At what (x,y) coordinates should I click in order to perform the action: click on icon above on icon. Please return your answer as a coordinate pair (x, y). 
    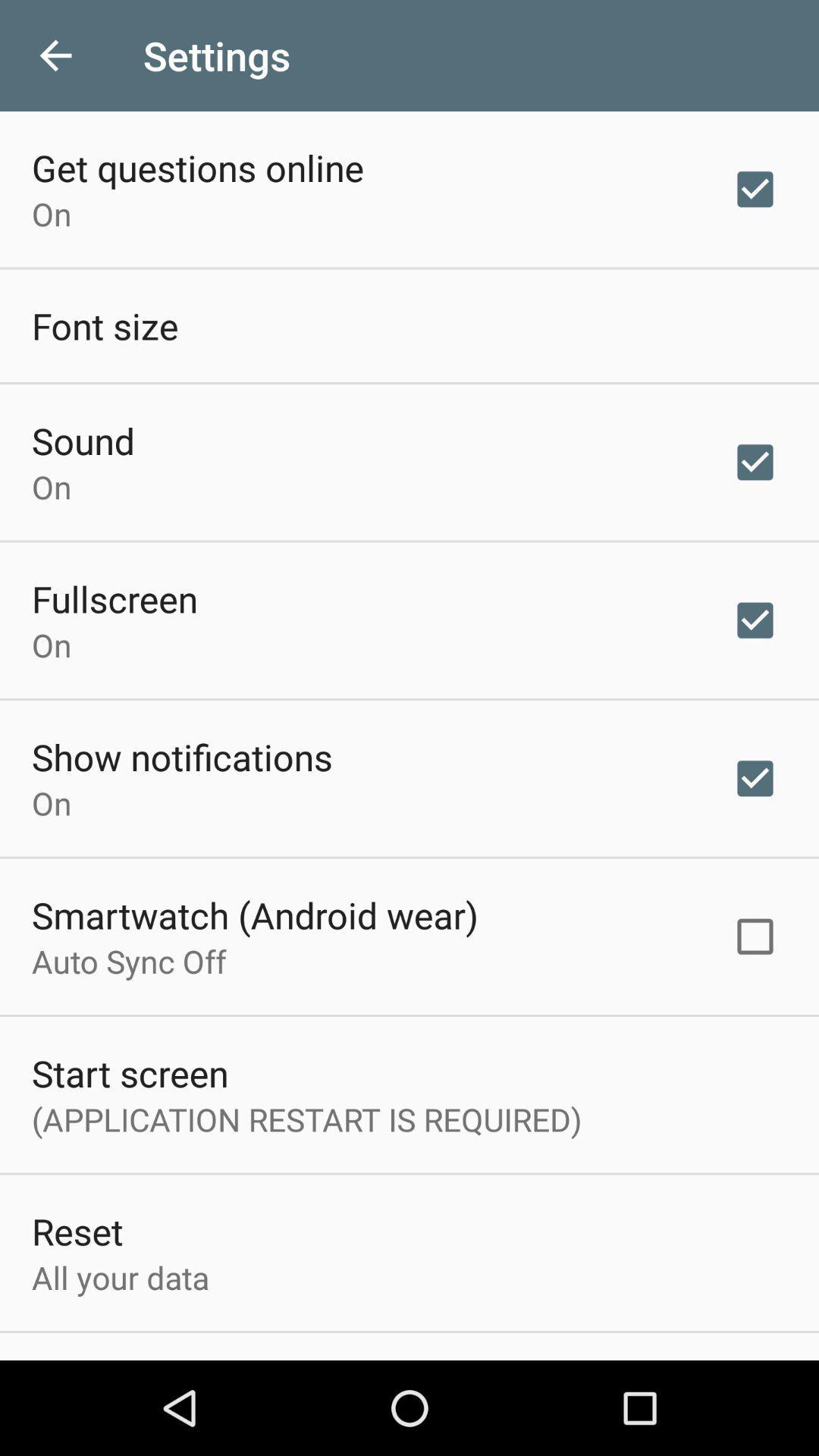
    Looking at the image, I should click on (114, 598).